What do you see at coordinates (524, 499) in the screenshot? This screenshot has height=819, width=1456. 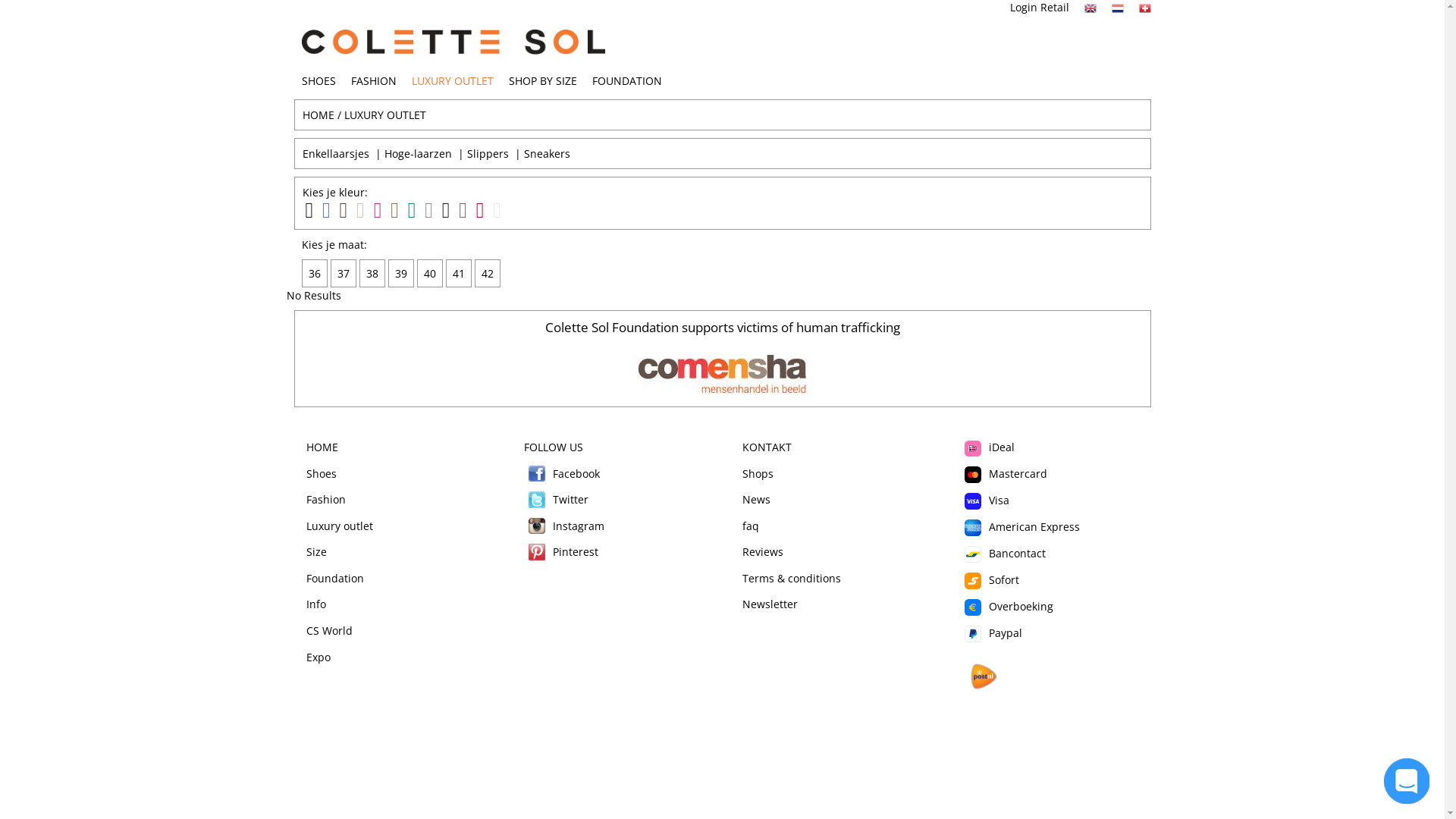 I see `' Twitter'` at bounding box center [524, 499].